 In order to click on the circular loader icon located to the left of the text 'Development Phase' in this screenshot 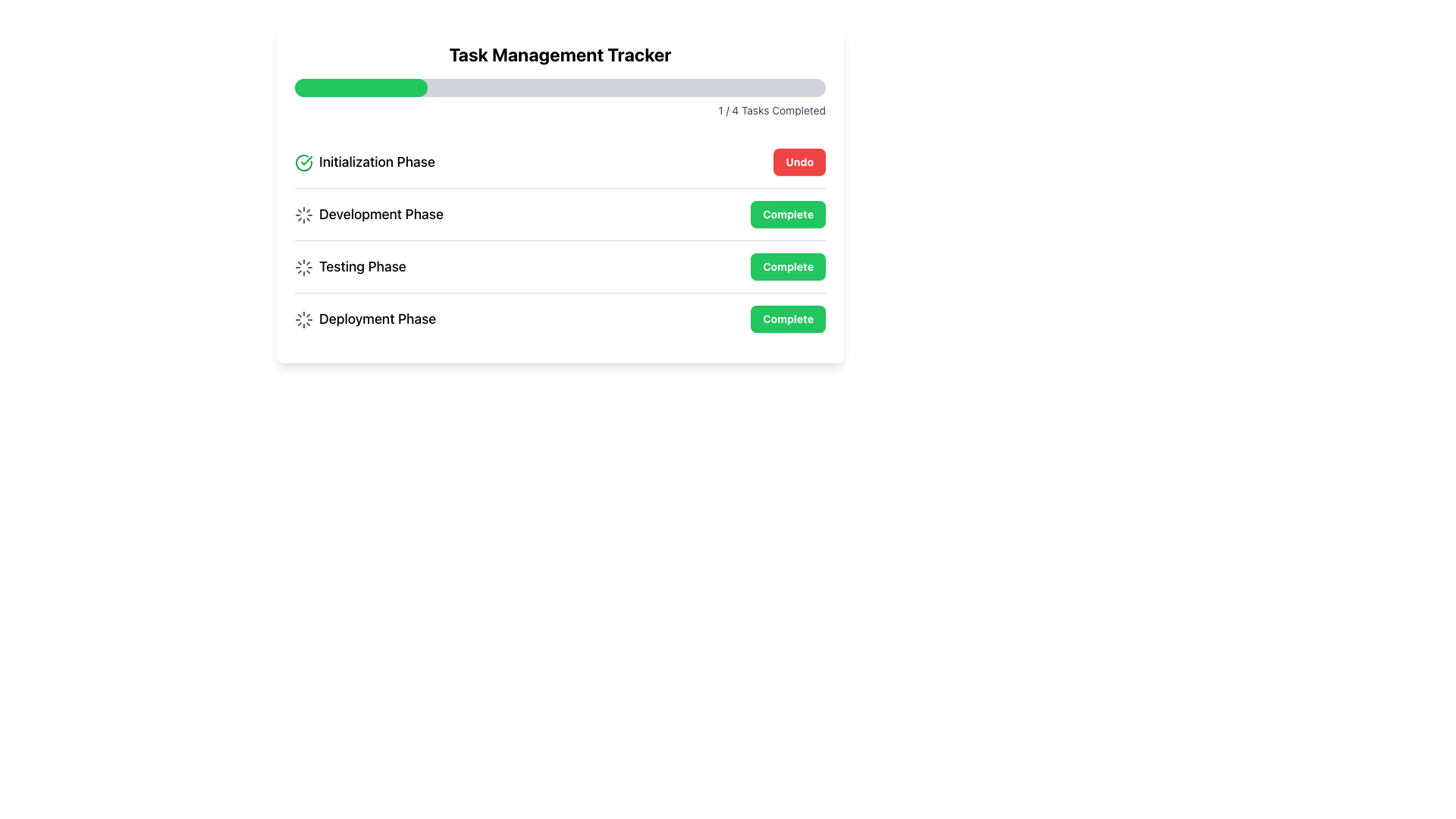, I will do `click(303, 215)`.